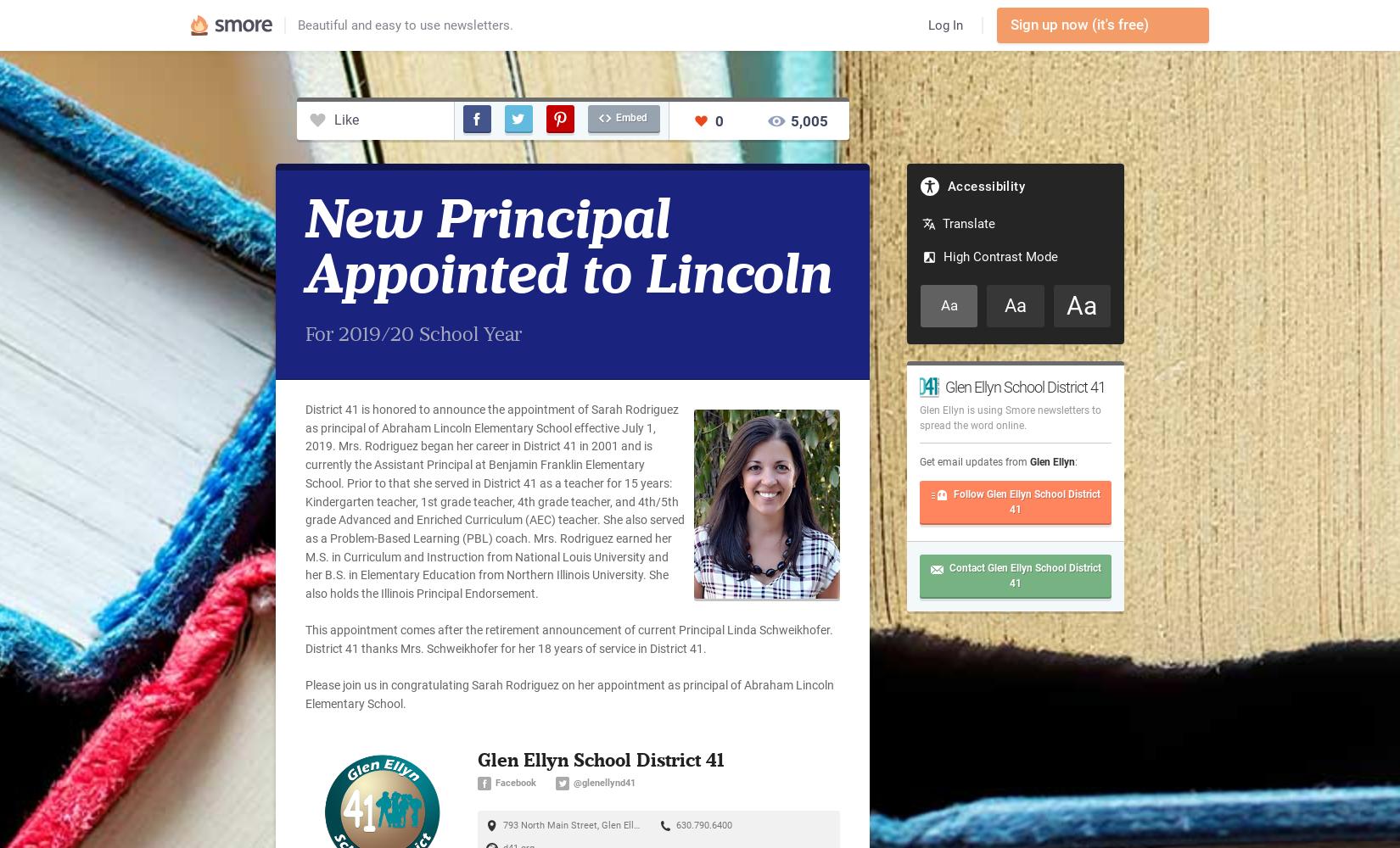 The height and width of the screenshot is (848, 1400). Describe the element at coordinates (405, 25) in the screenshot. I see `'Beautiful and easy to use newsletters.'` at that location.